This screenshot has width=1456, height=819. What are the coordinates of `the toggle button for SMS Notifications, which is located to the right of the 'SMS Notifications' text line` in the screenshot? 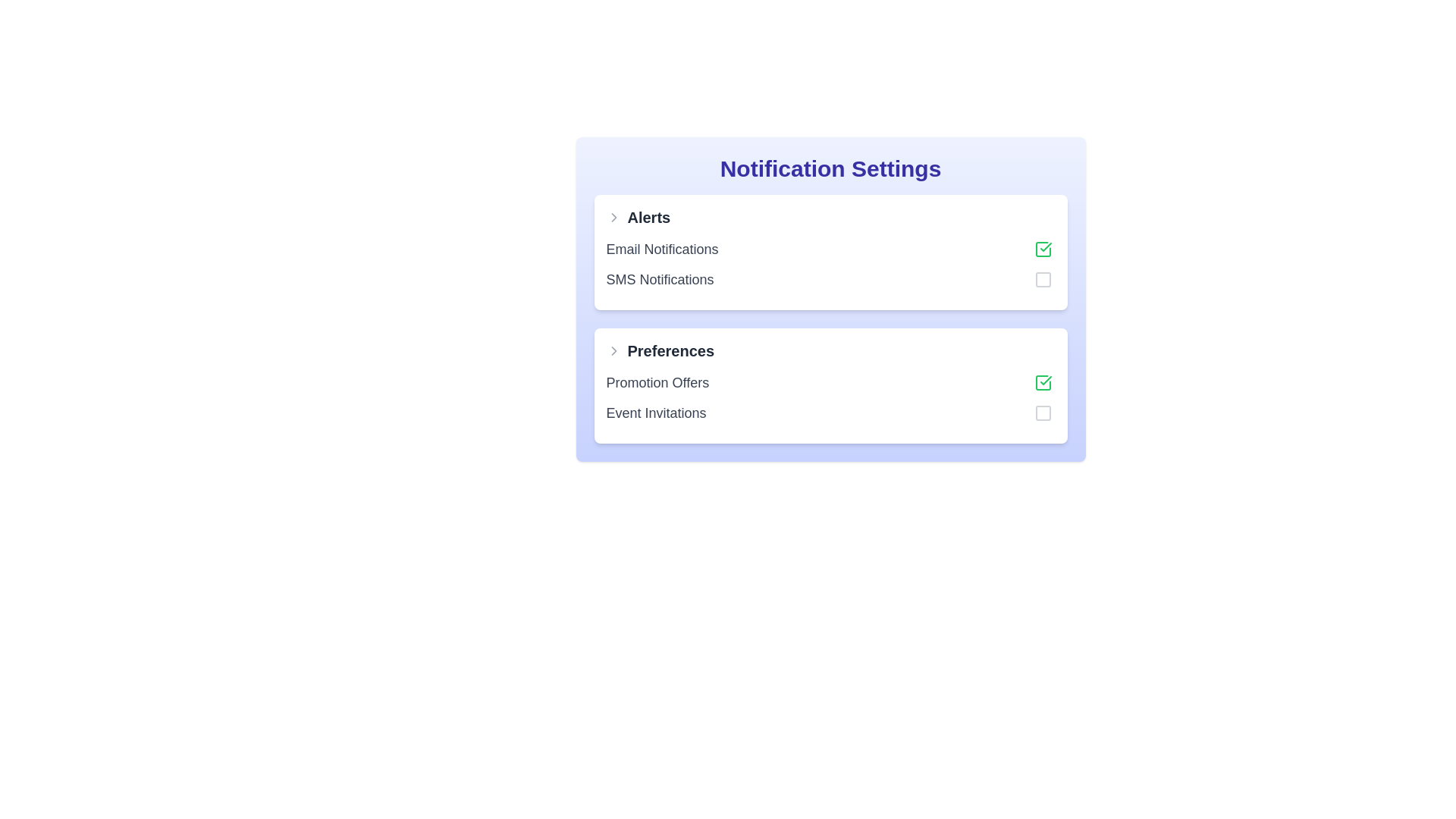 It's located at (1042, 280).